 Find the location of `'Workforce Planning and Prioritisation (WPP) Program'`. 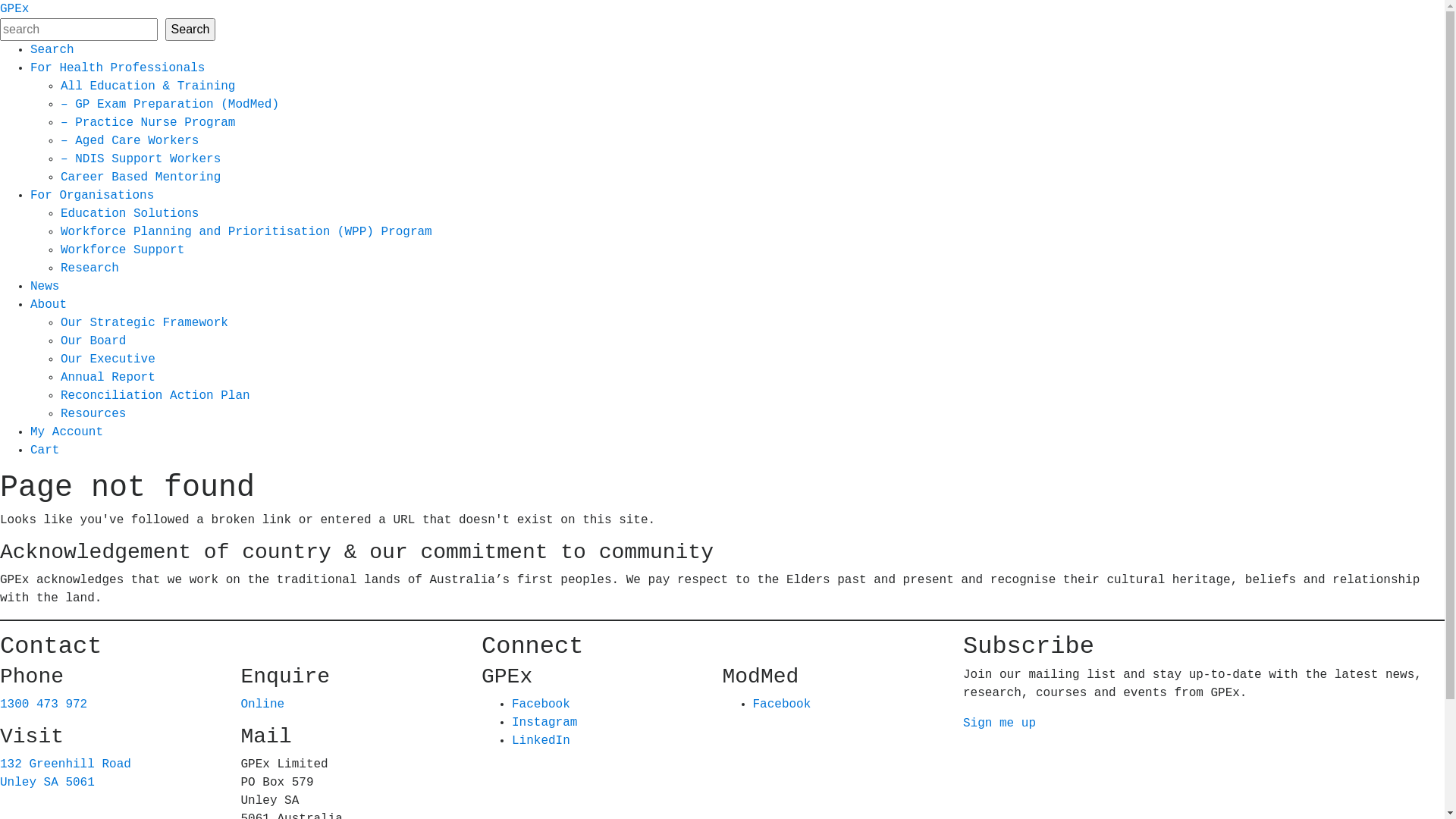

'Workforce Planning and Prioritisation (WPP) Program' is located at coordinates (61, 231).